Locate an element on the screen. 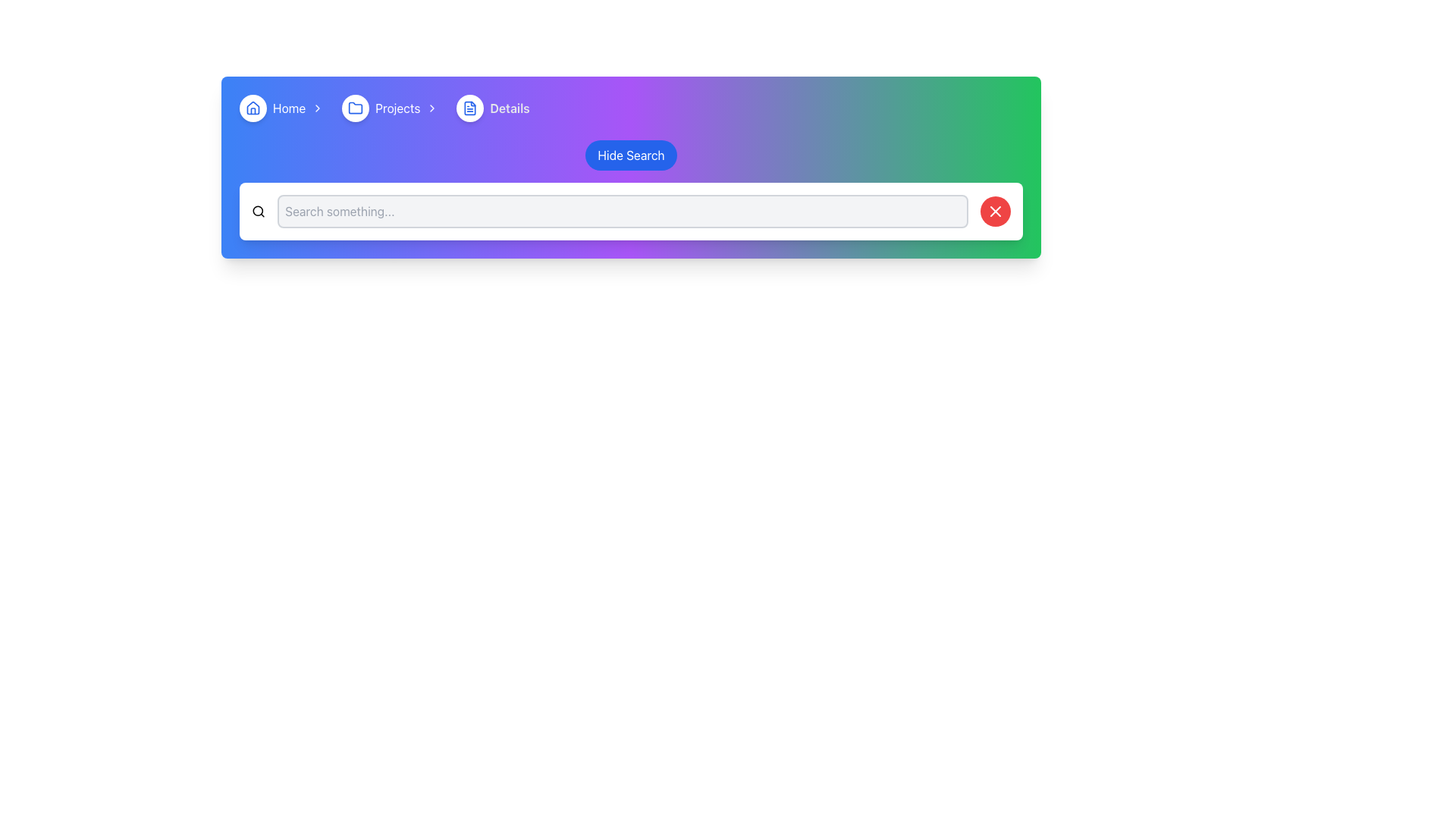  the 'Projects' navigation icon located to the left of the text 'Projects' is located at coordinates (355, 107).